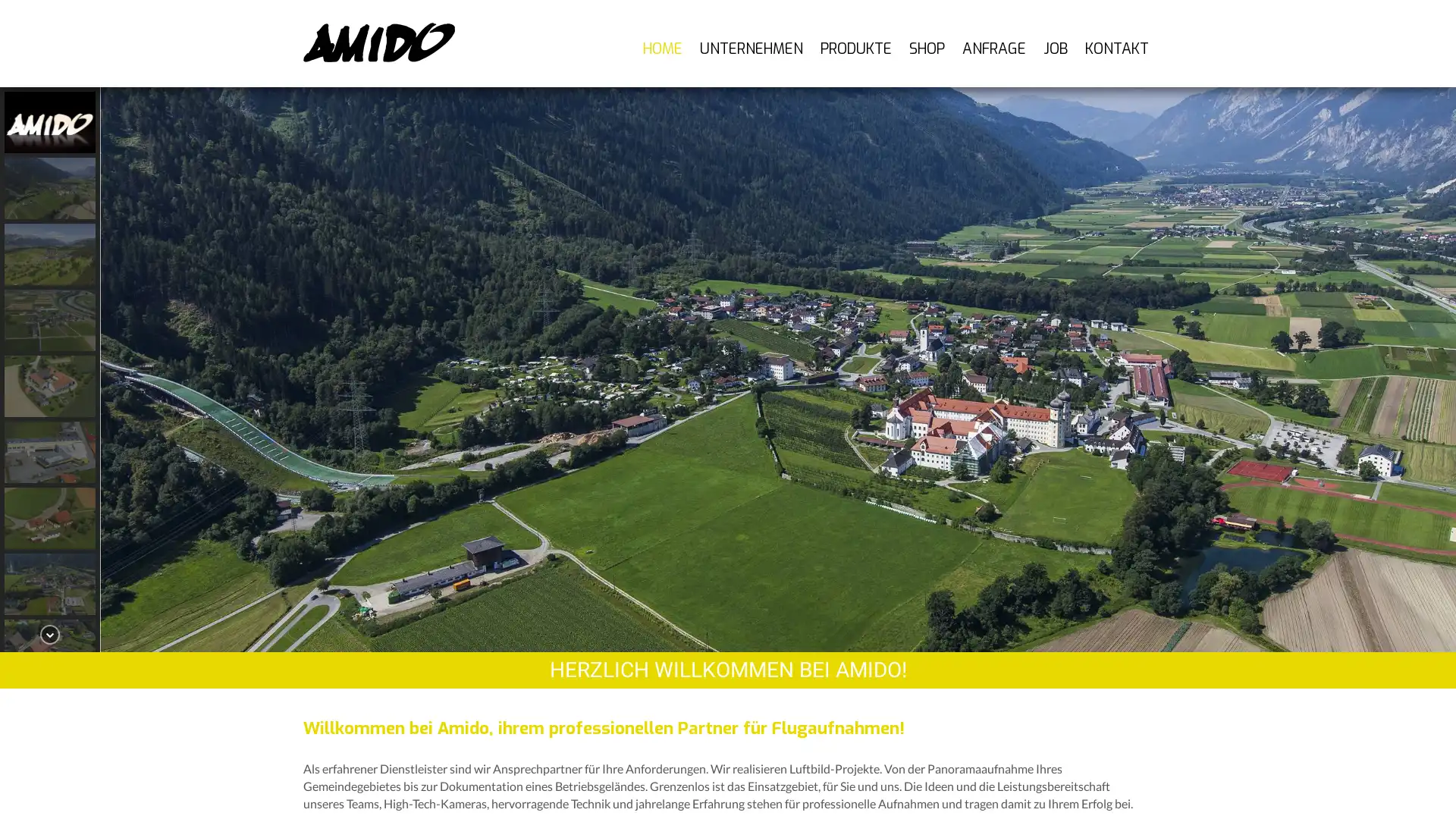 This screenshot has width=1456, height=819. What do you see at coordinates (50, 187) in the screenshot?
I see `Thumbnail 1 - copy` at bounding box center [50, 187].